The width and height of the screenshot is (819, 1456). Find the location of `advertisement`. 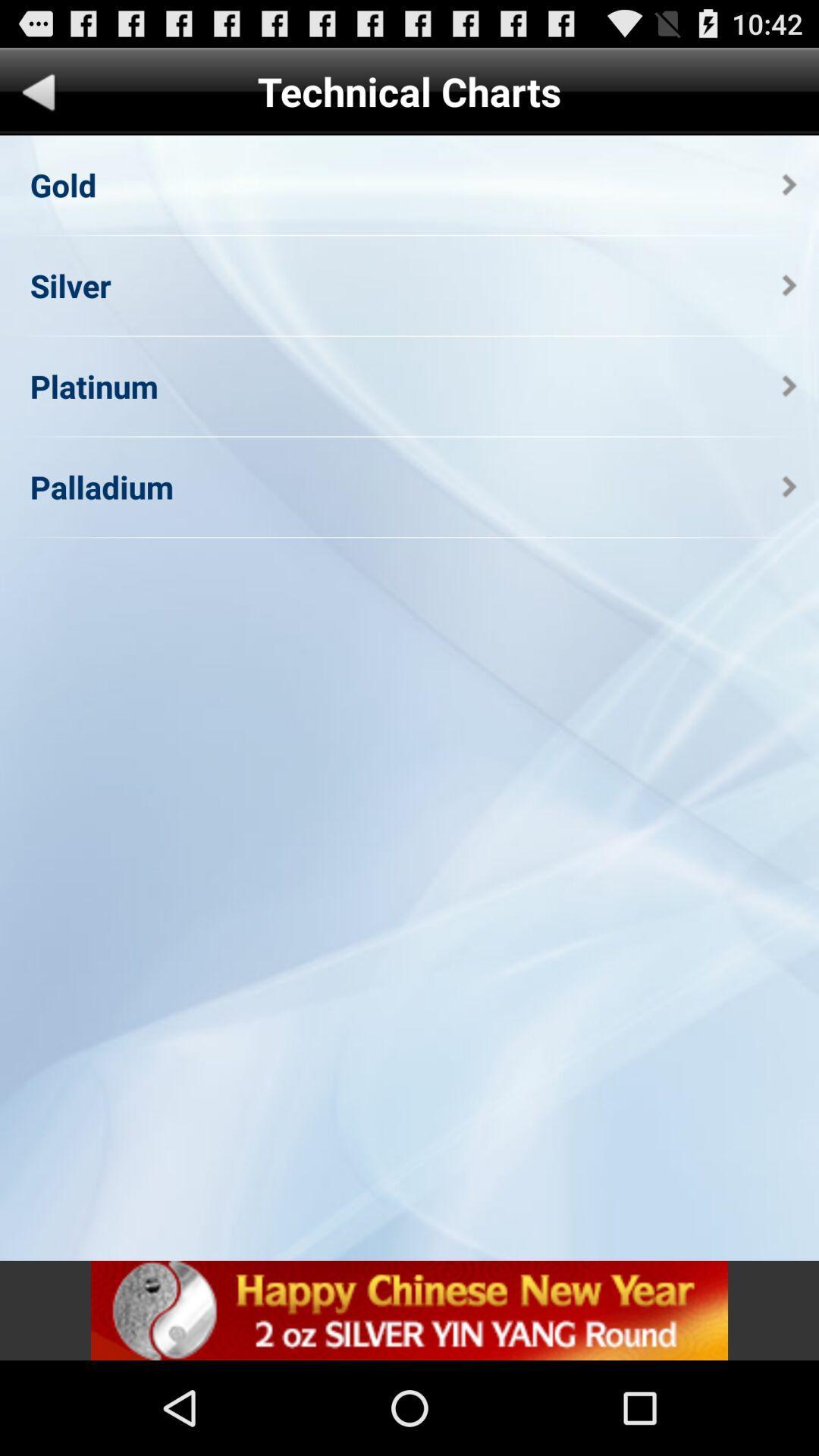

advertisement is located at coordinates (409, 1310).